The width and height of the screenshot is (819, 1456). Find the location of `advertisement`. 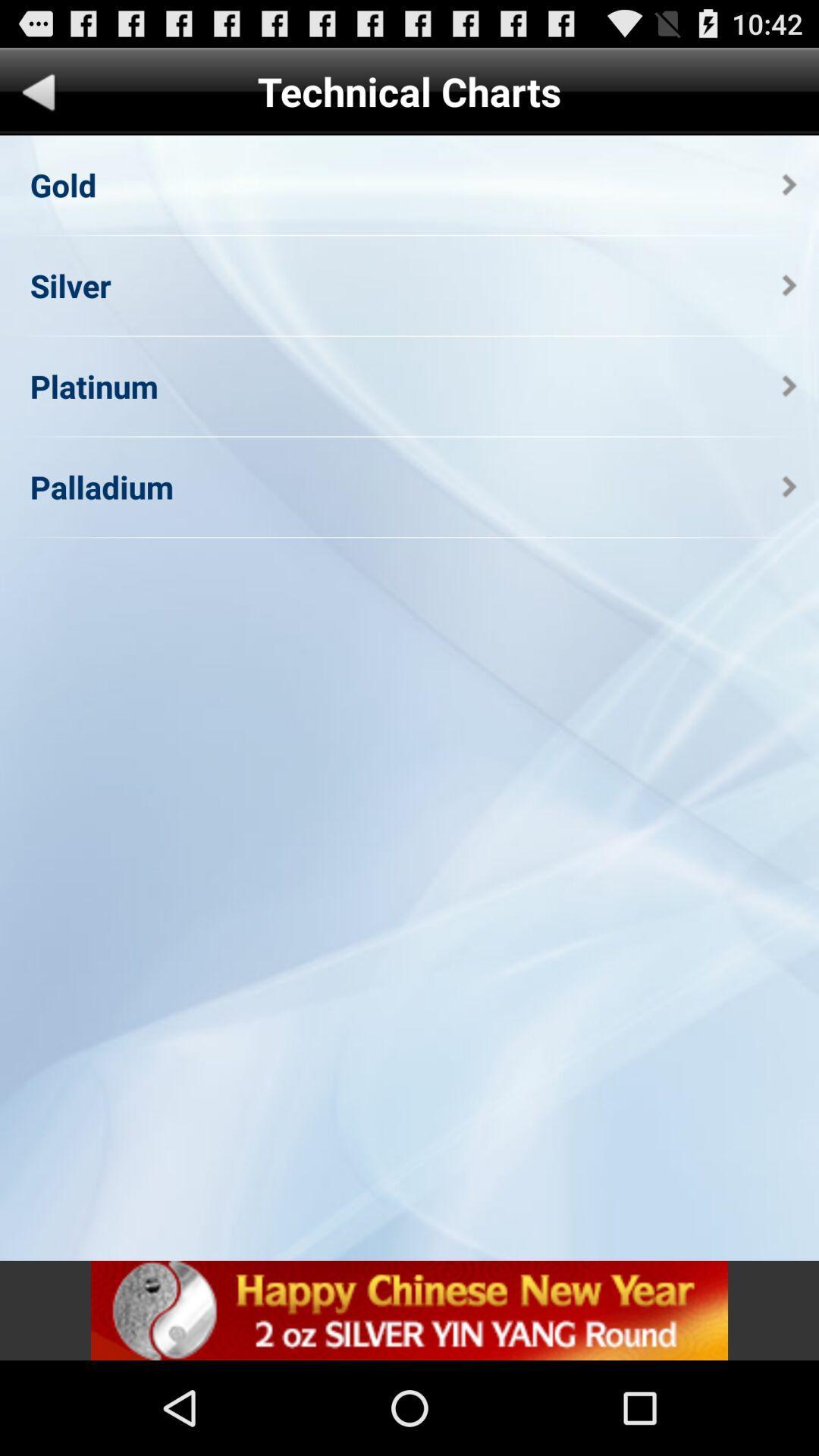

advertisement is located at coordinates (409, 1310).